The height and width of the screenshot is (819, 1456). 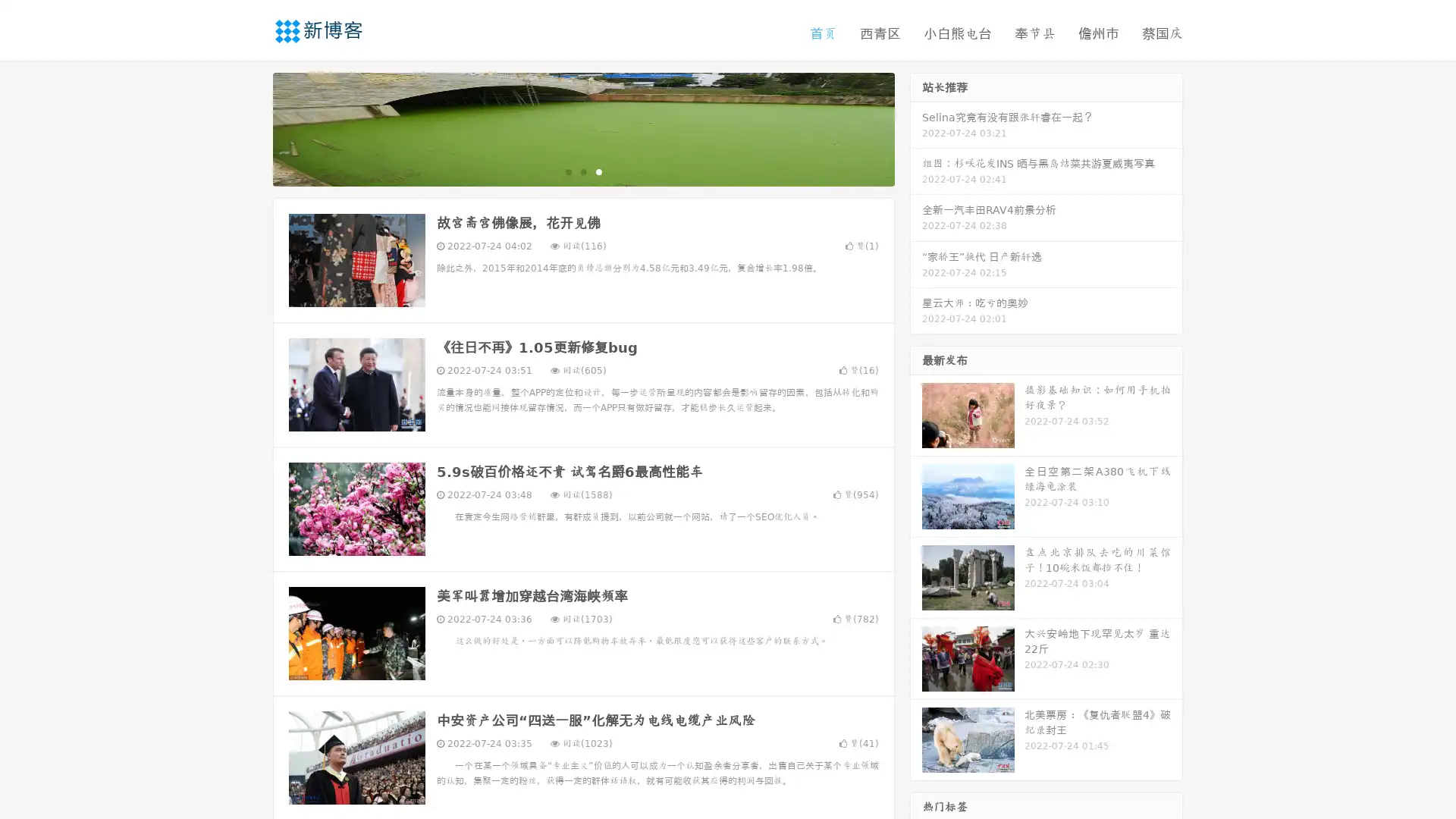 I want to click on Go to slide 1, so click(x=567, y=171).